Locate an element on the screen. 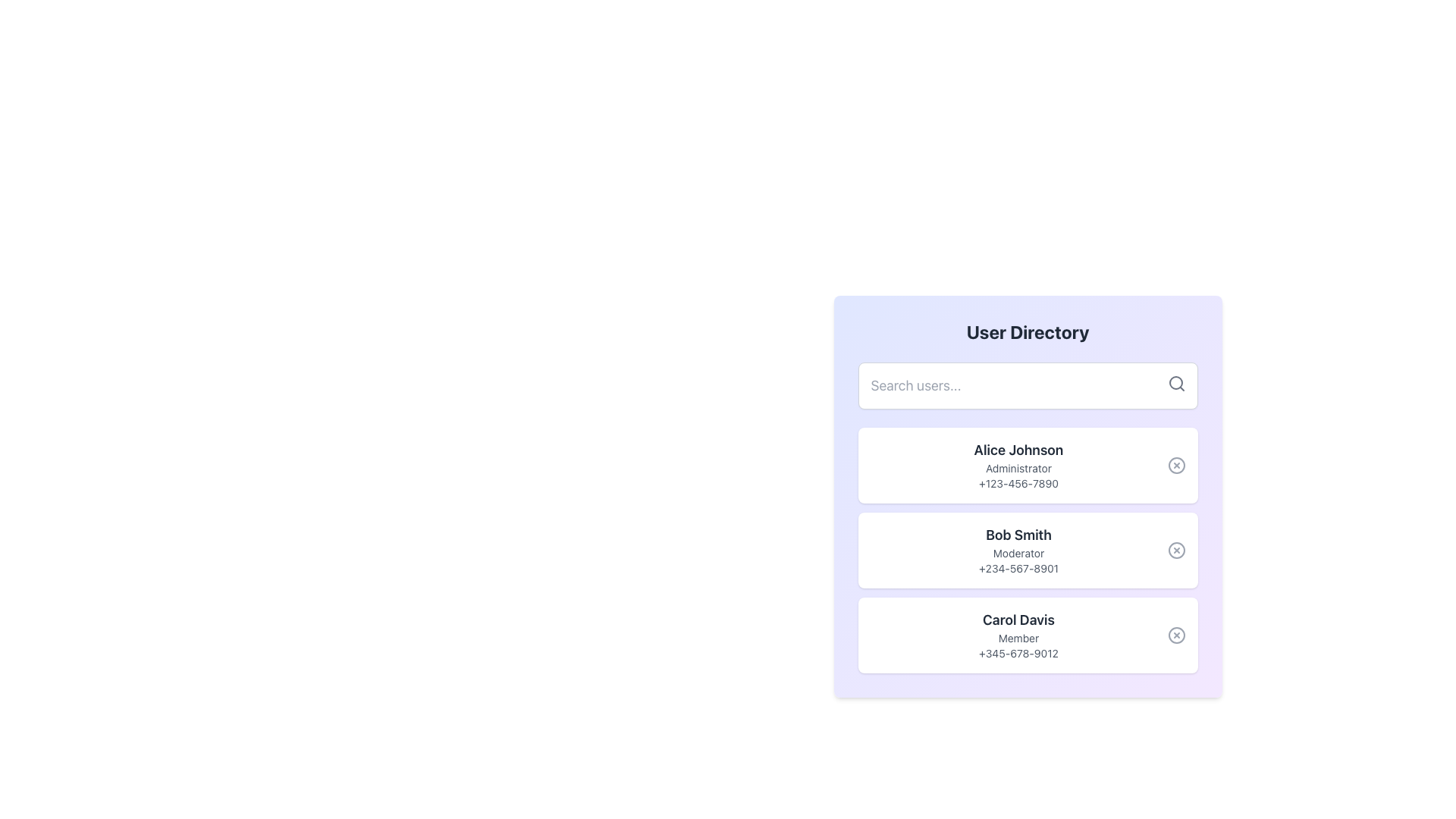 Image resolution: width=1456 pixels, height=819 pixels. the Information Display Section containing the name 'Bob Smith', which is the second entry in the User Directory is located at coordinates (1018, 550).